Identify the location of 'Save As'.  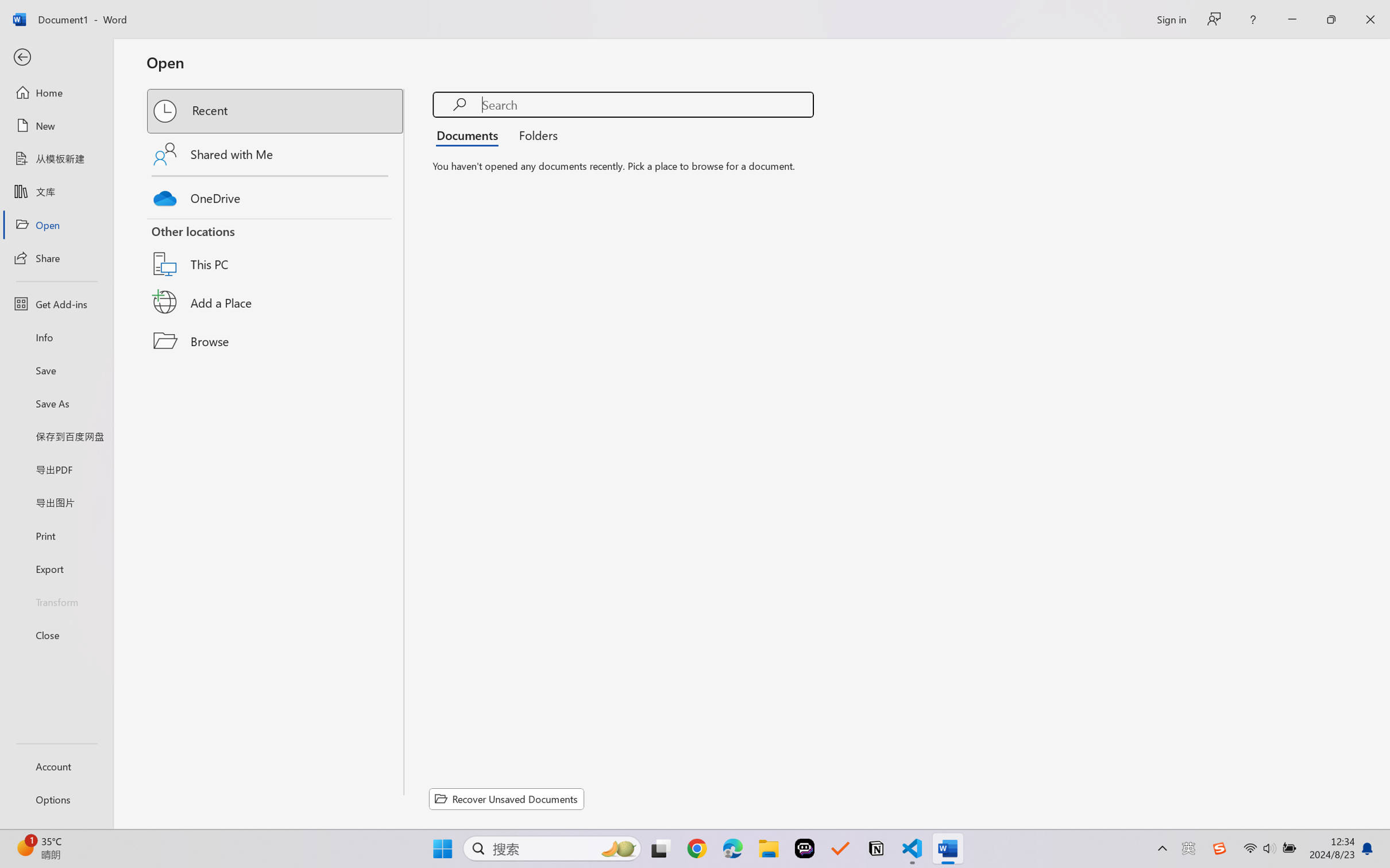
(56, 403).